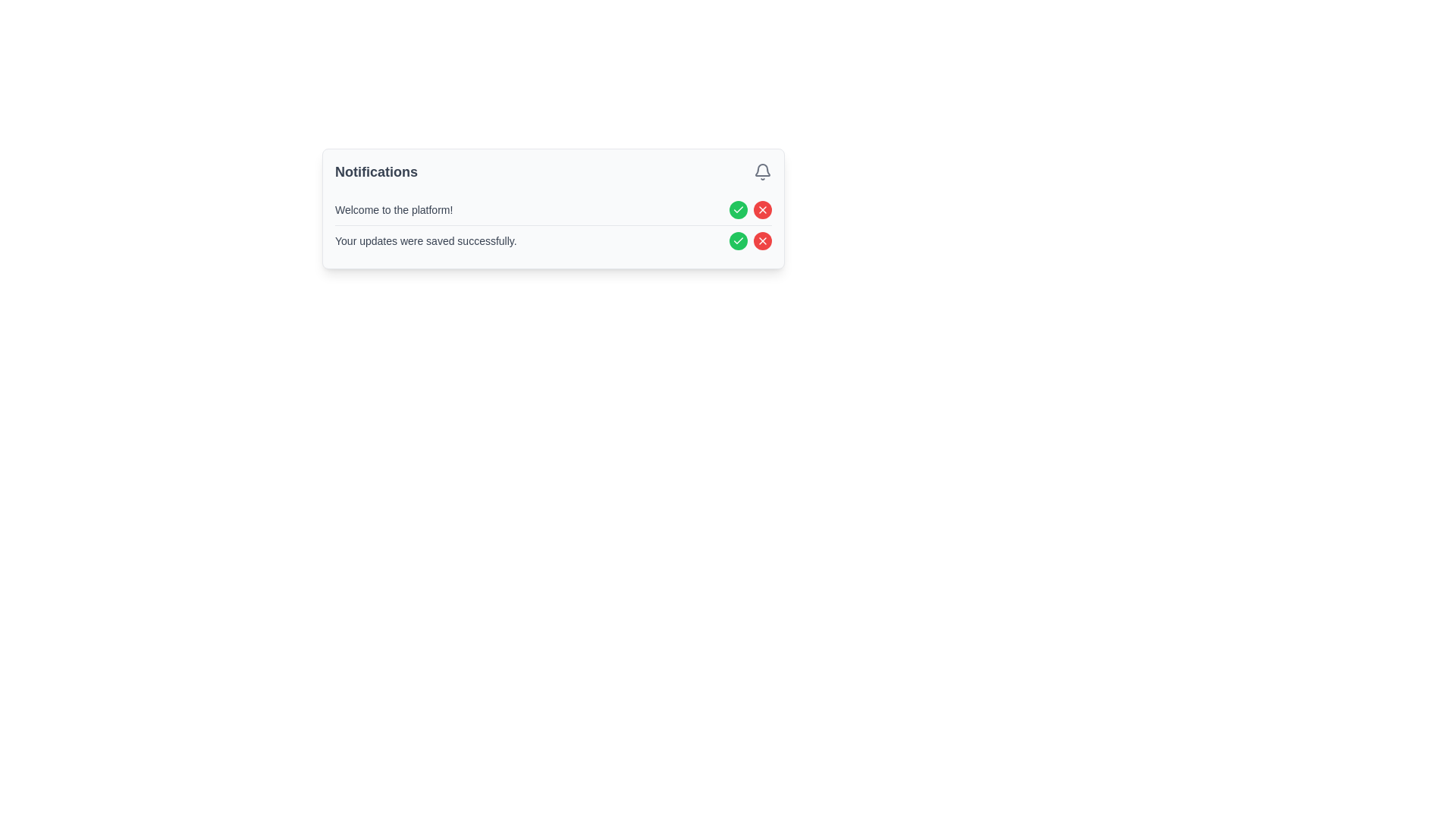 The width and height of the screenshot is (1456, 819). Describe the element at coordinates (739, 240) in the screenshot. I see `the leftmost button in the horizontal layout, which serves as a confirm or accept action` at that location.